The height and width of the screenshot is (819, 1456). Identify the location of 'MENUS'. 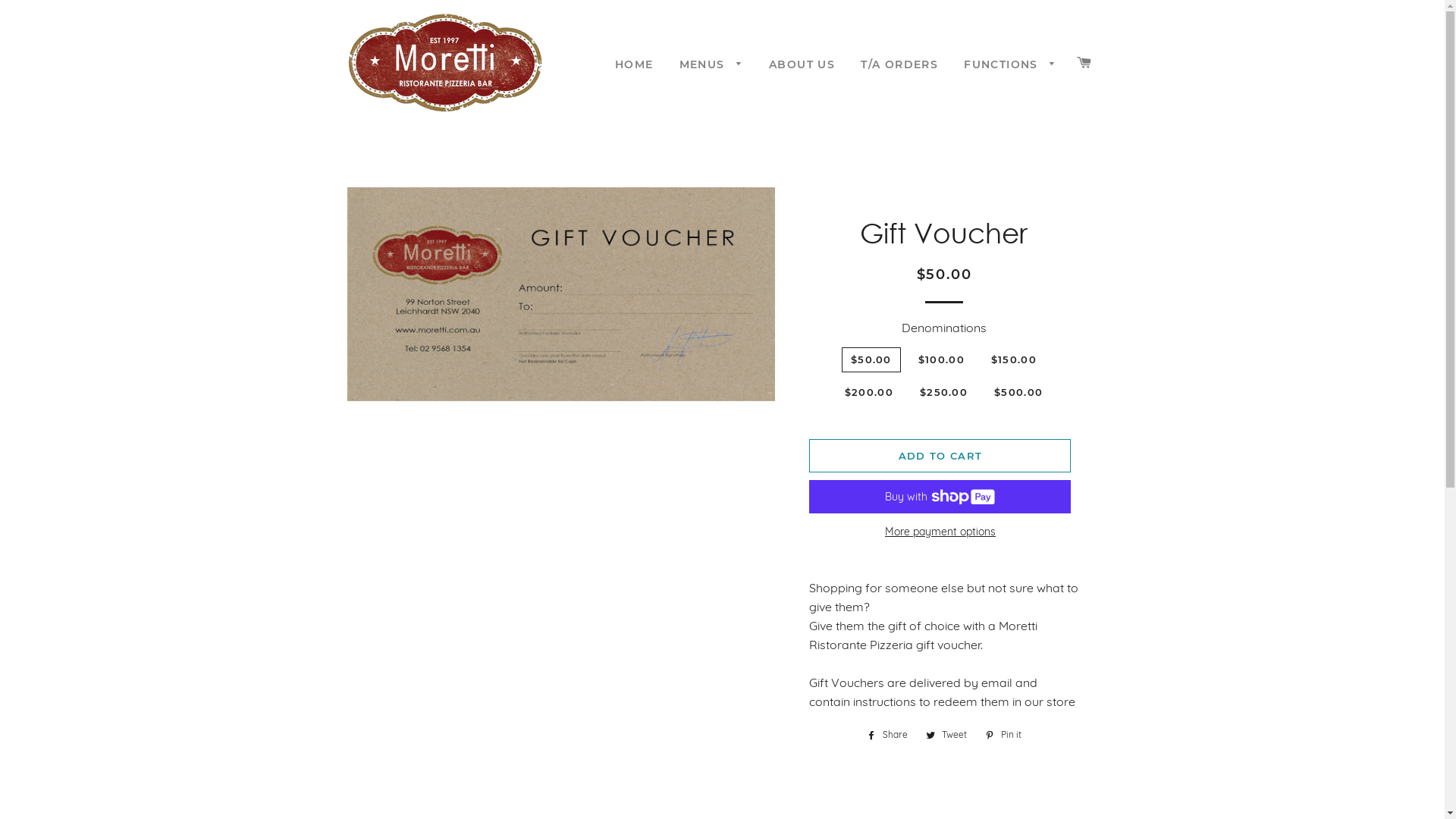
(710, 64).